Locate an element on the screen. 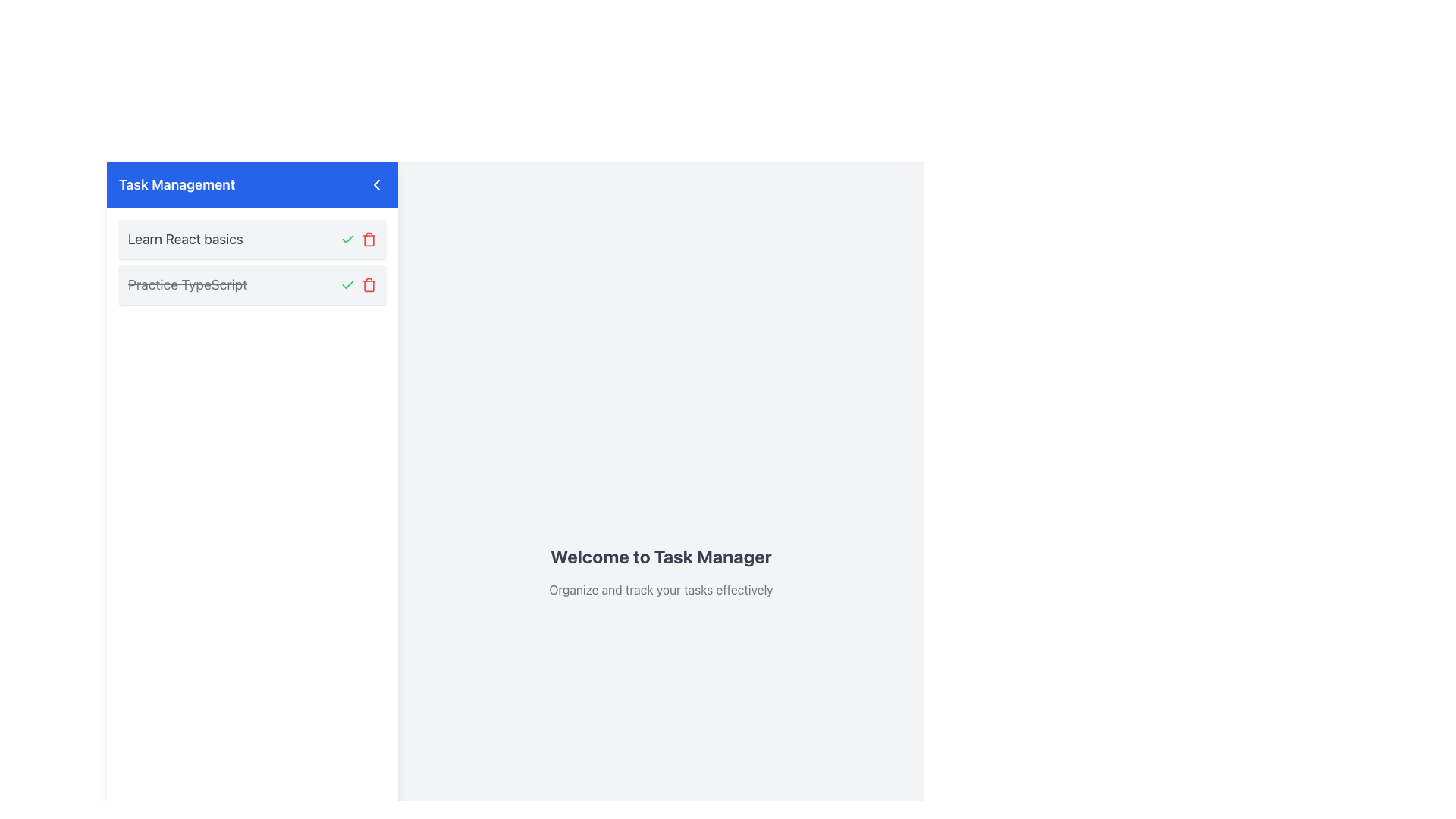  the descriptive subtitle text located directly underneath the main heading 'Welcome to Task Manager' in the center of the page is located at coordinates (661, 589).